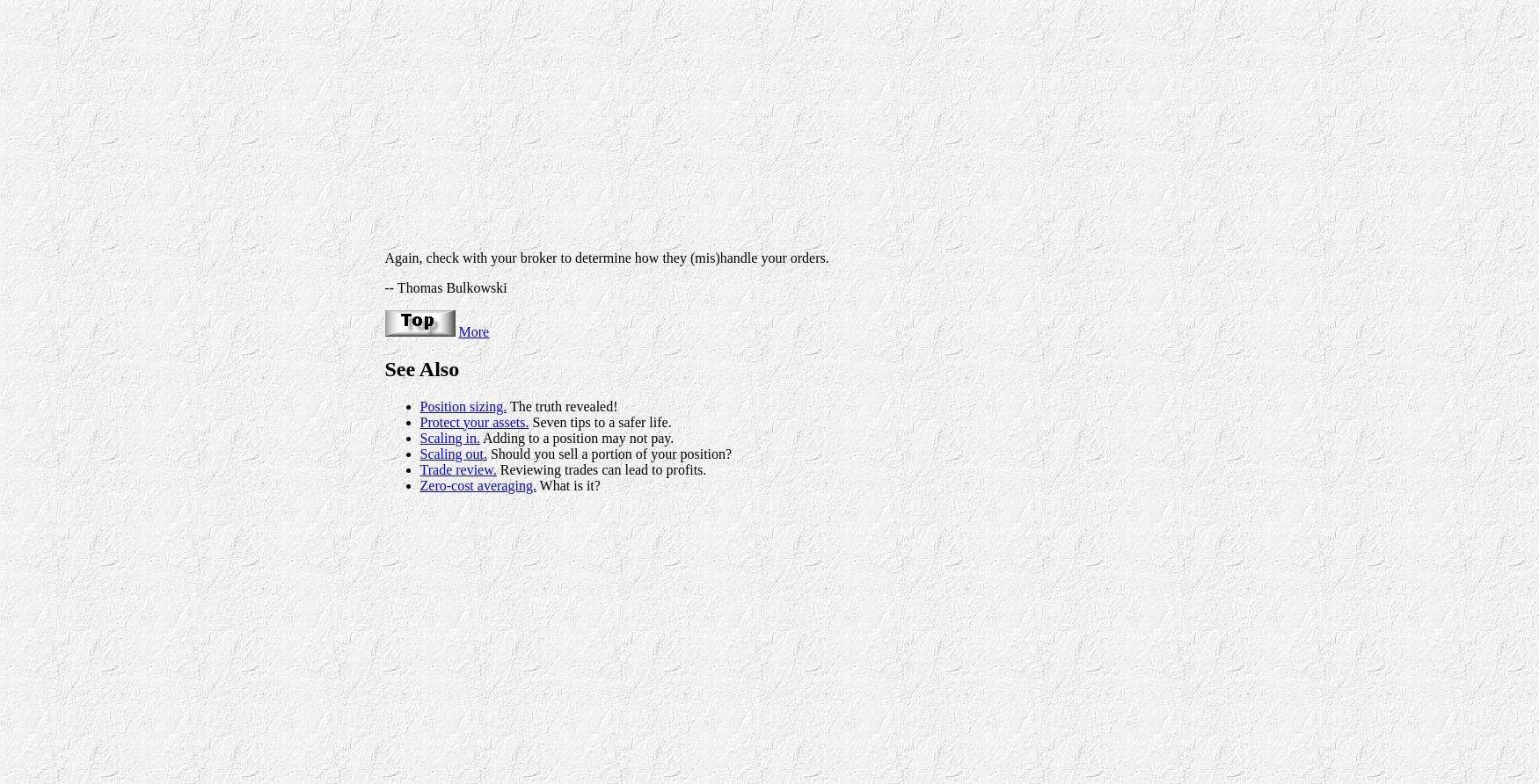 The image size is (1539, 784). Describe the element at coordinates (456, 468) in the screenshot. I see `'Trade review.'` at that location.